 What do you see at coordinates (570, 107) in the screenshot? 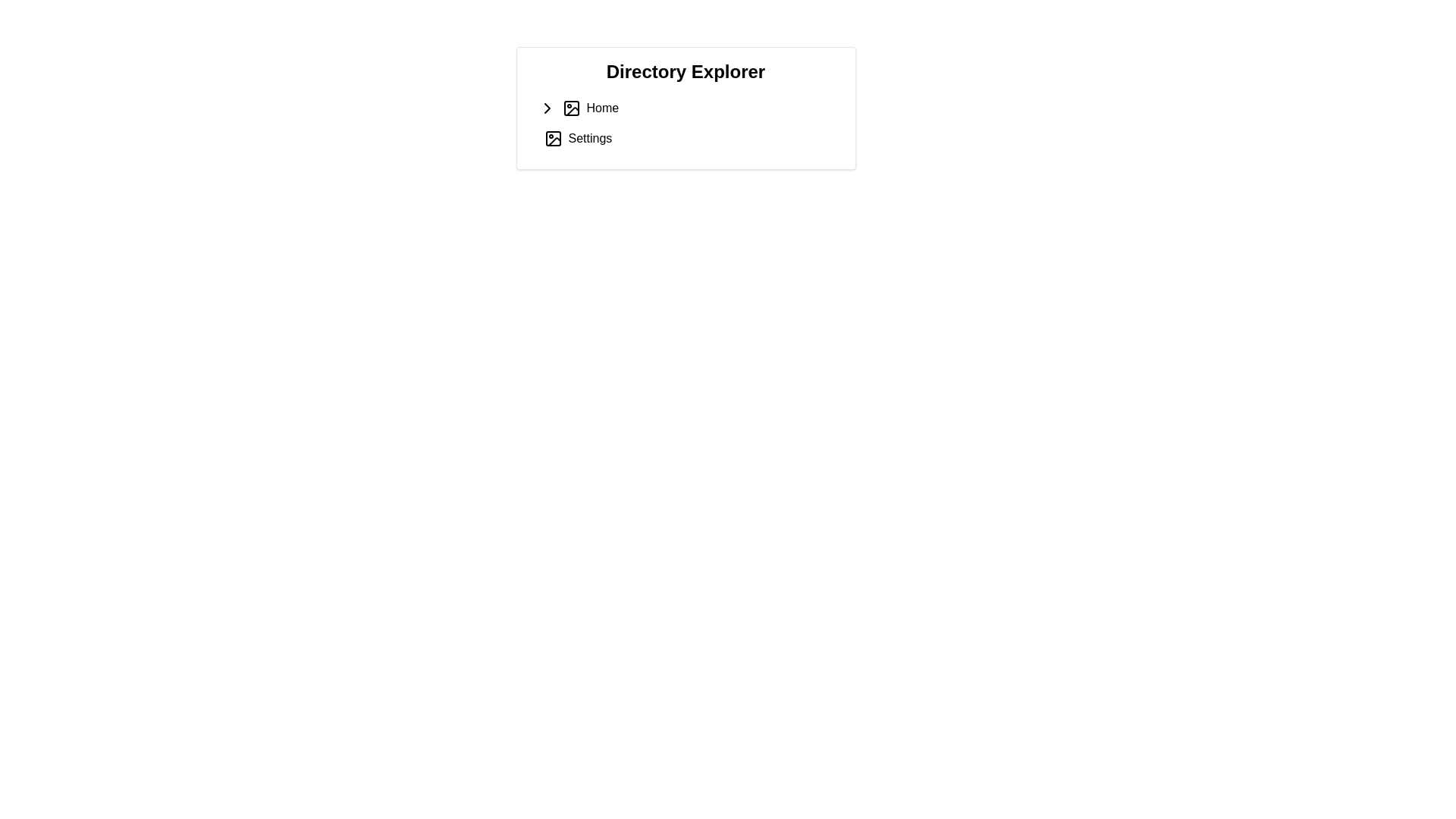
I see `the 'Home' icon in the 'Directory Explorer,' which is the second icon from the left, situated between the chevron icon and the 'Home' label text` at bounding box center [570, 107].